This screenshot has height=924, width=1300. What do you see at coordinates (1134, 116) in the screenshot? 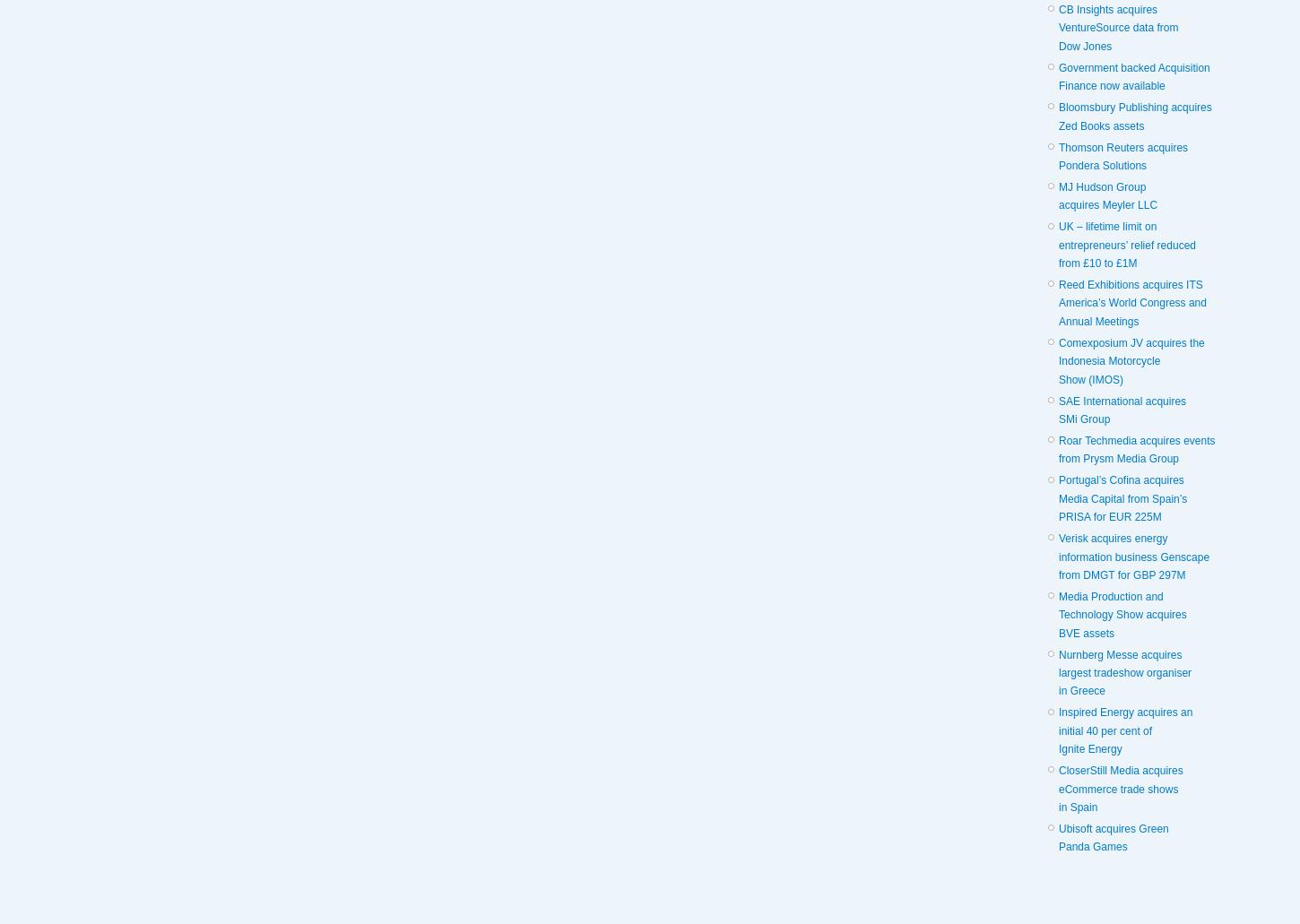
I see `'Bloomsbury Publishing acquires Zed Books assets'` at bounding box center [1134, 116].